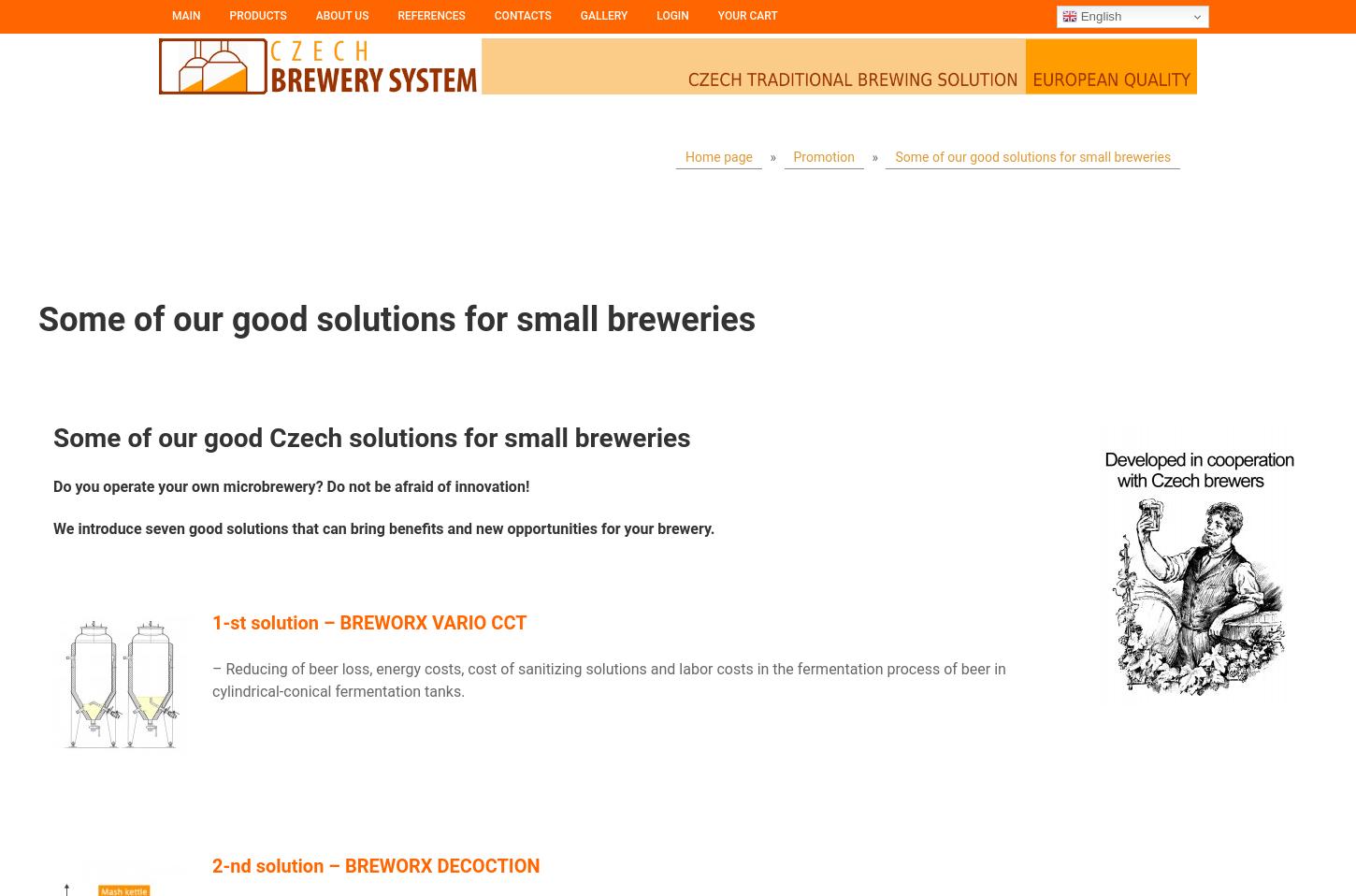 This screenshot has height=896, width=1356. I want to click on 'Login', so click(671, 14).